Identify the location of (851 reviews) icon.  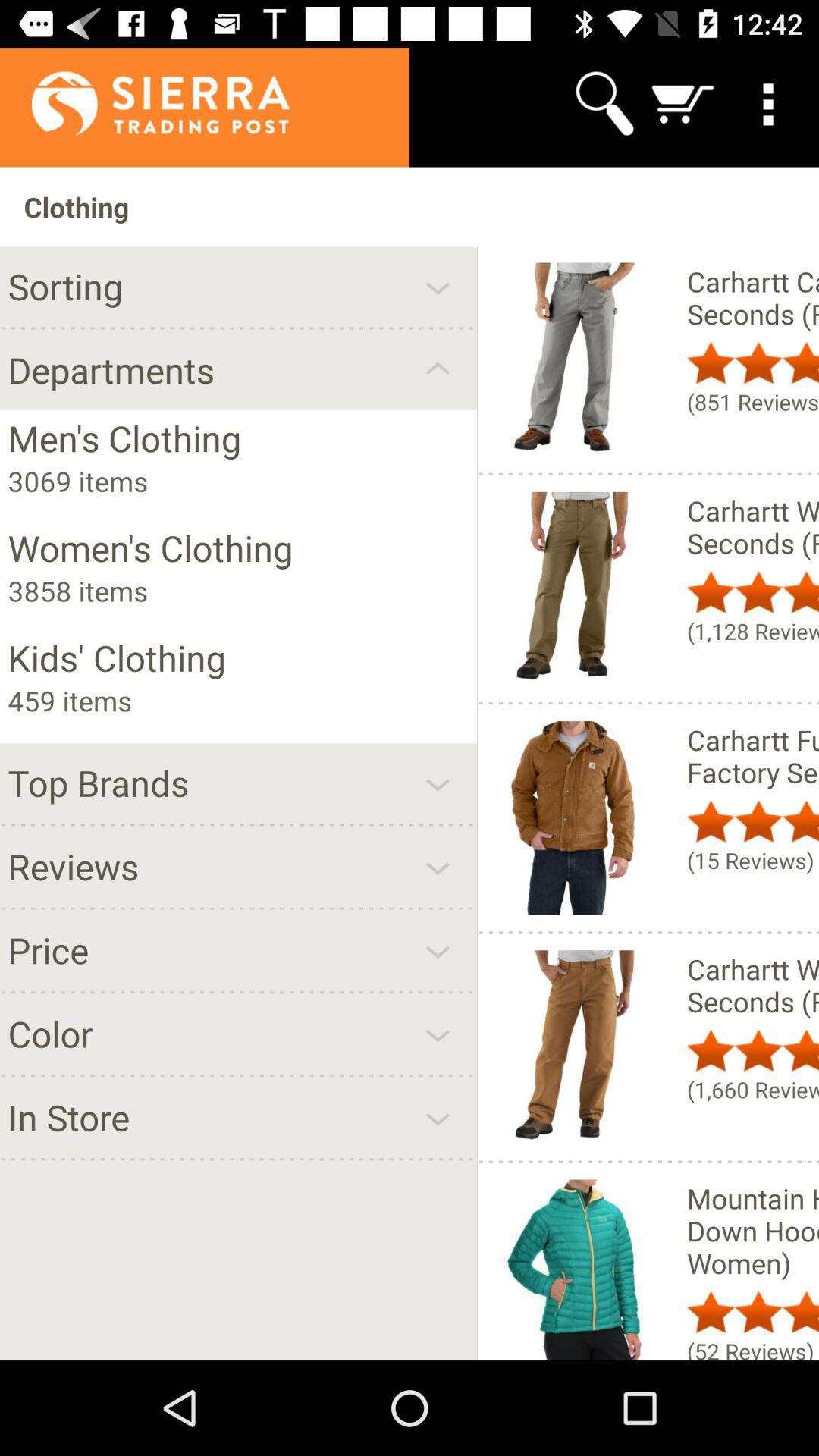
(752, 401).